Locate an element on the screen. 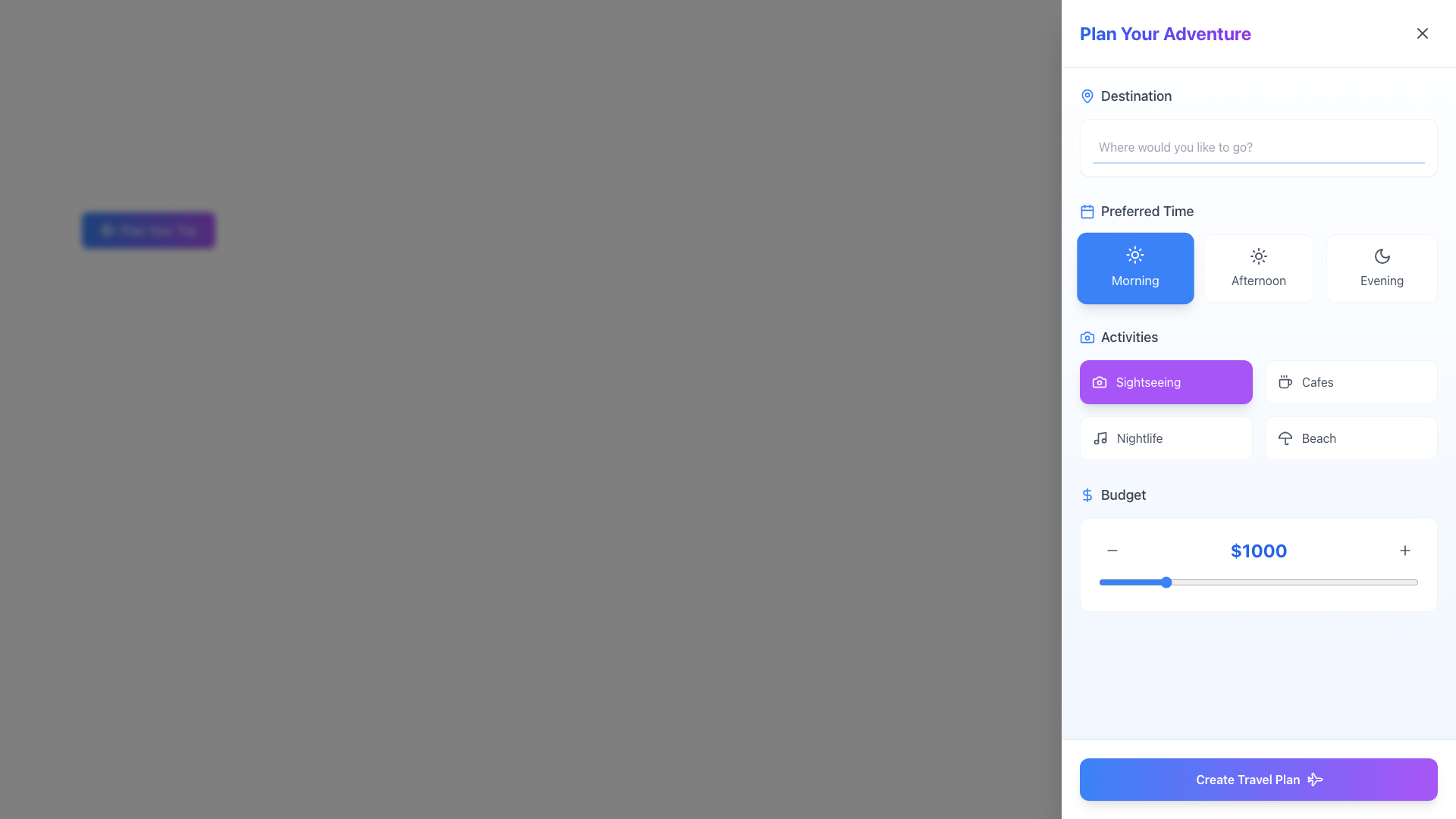  the umbrella SVG icon located within the 'Beach' button in the 'Activities' section is located at coordinates (1284, 438).